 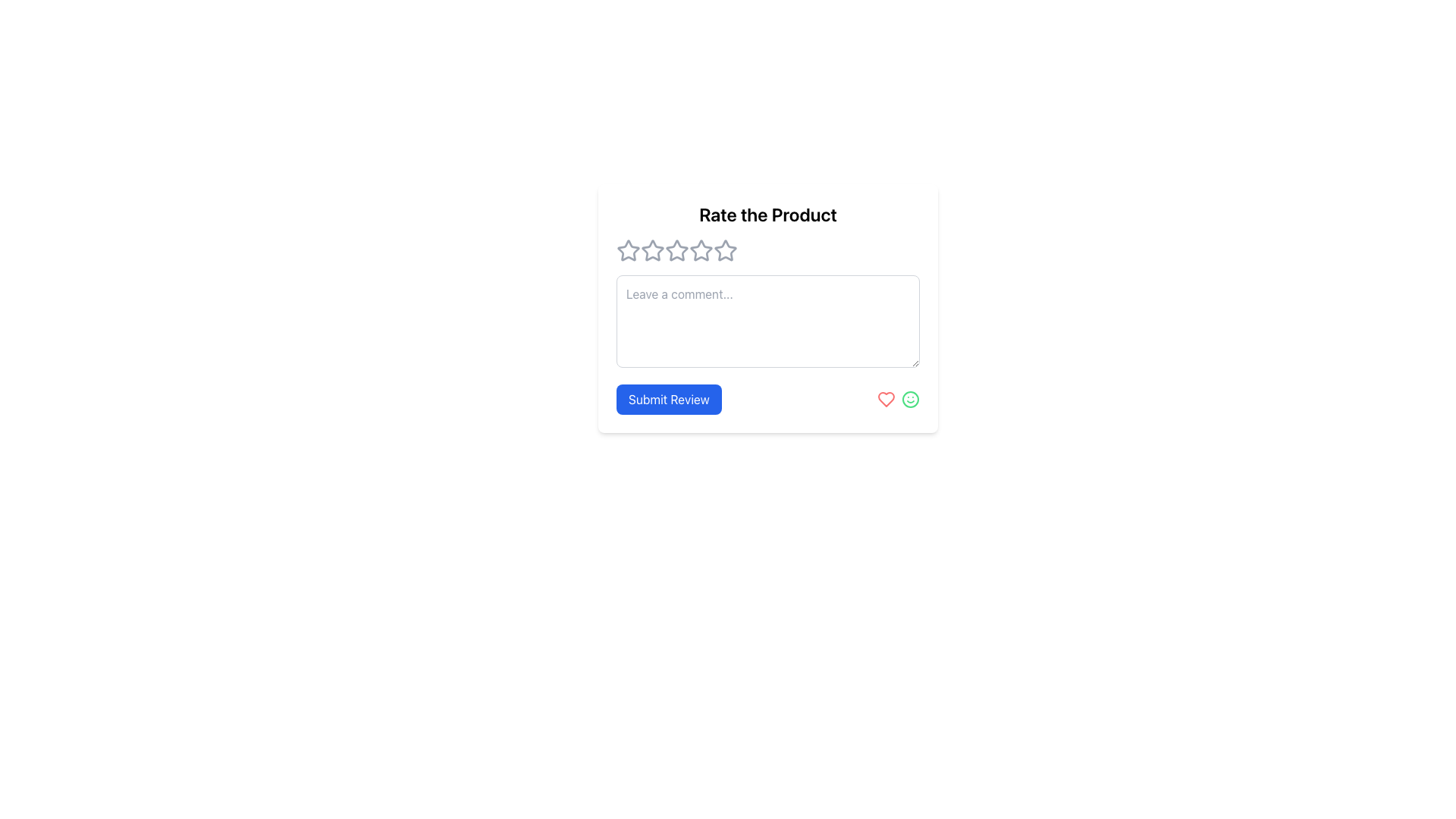 What do you see at coordinates (767, 214) in the screenshot?
I see `the text label that serves as a heading for rating a product, located at the top-center of the card above the star icons` at bounding box center [767, 214].